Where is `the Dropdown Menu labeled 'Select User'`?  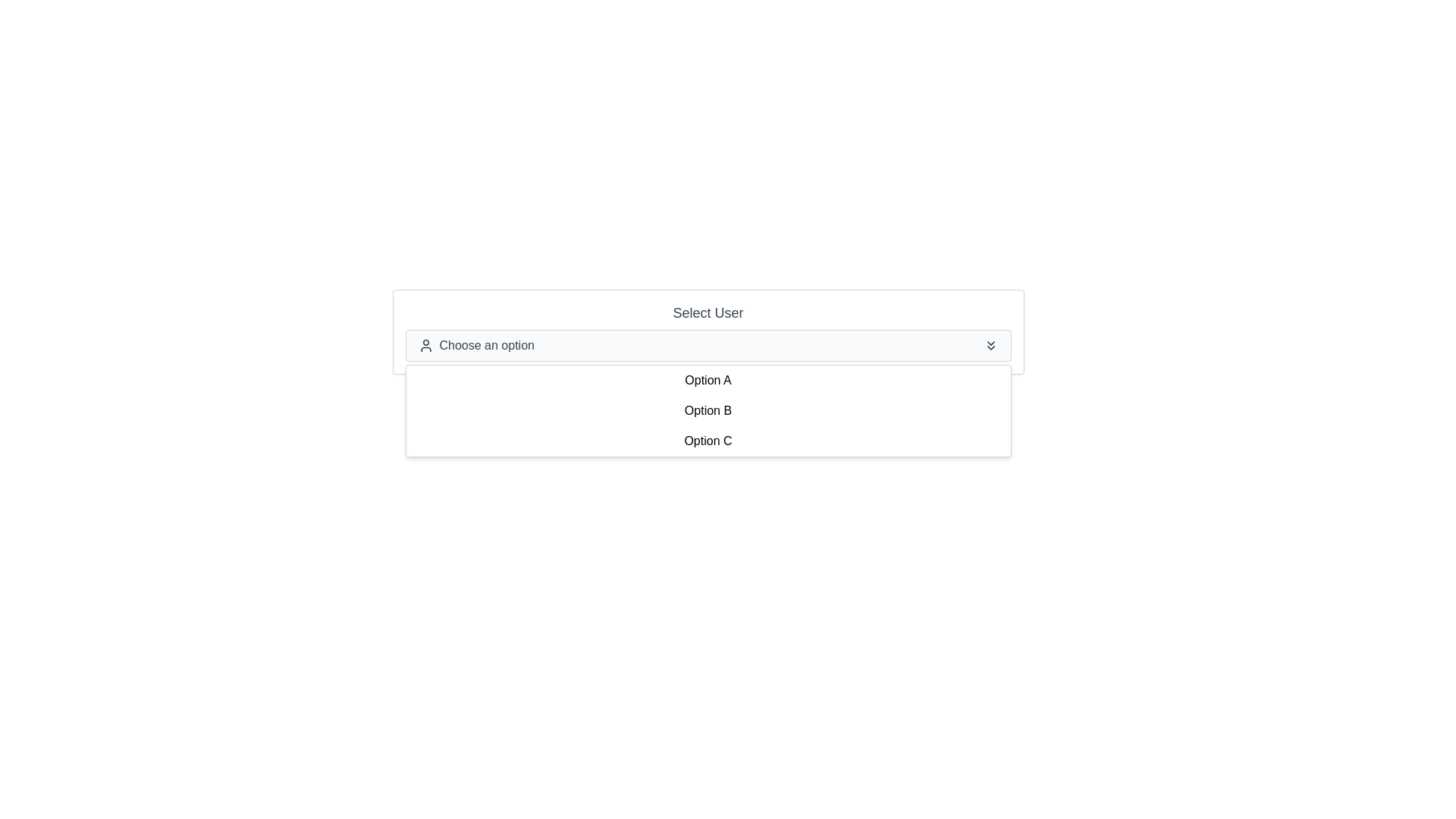 the Dropdown Menu labeled 'Select User' is located at coordinates (708, 331).